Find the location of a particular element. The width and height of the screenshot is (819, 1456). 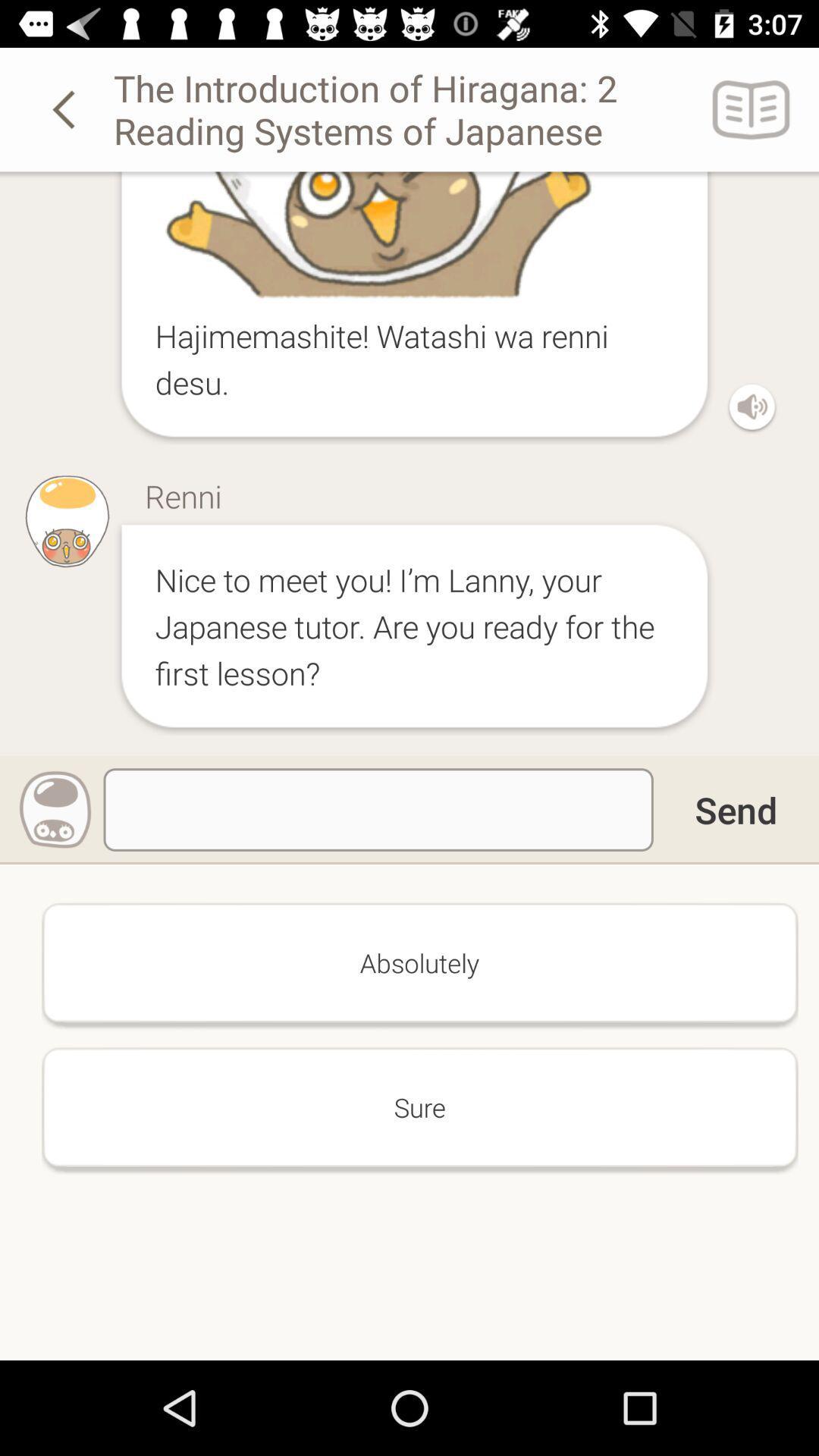

the book icon is located at coordinates (752, 108).